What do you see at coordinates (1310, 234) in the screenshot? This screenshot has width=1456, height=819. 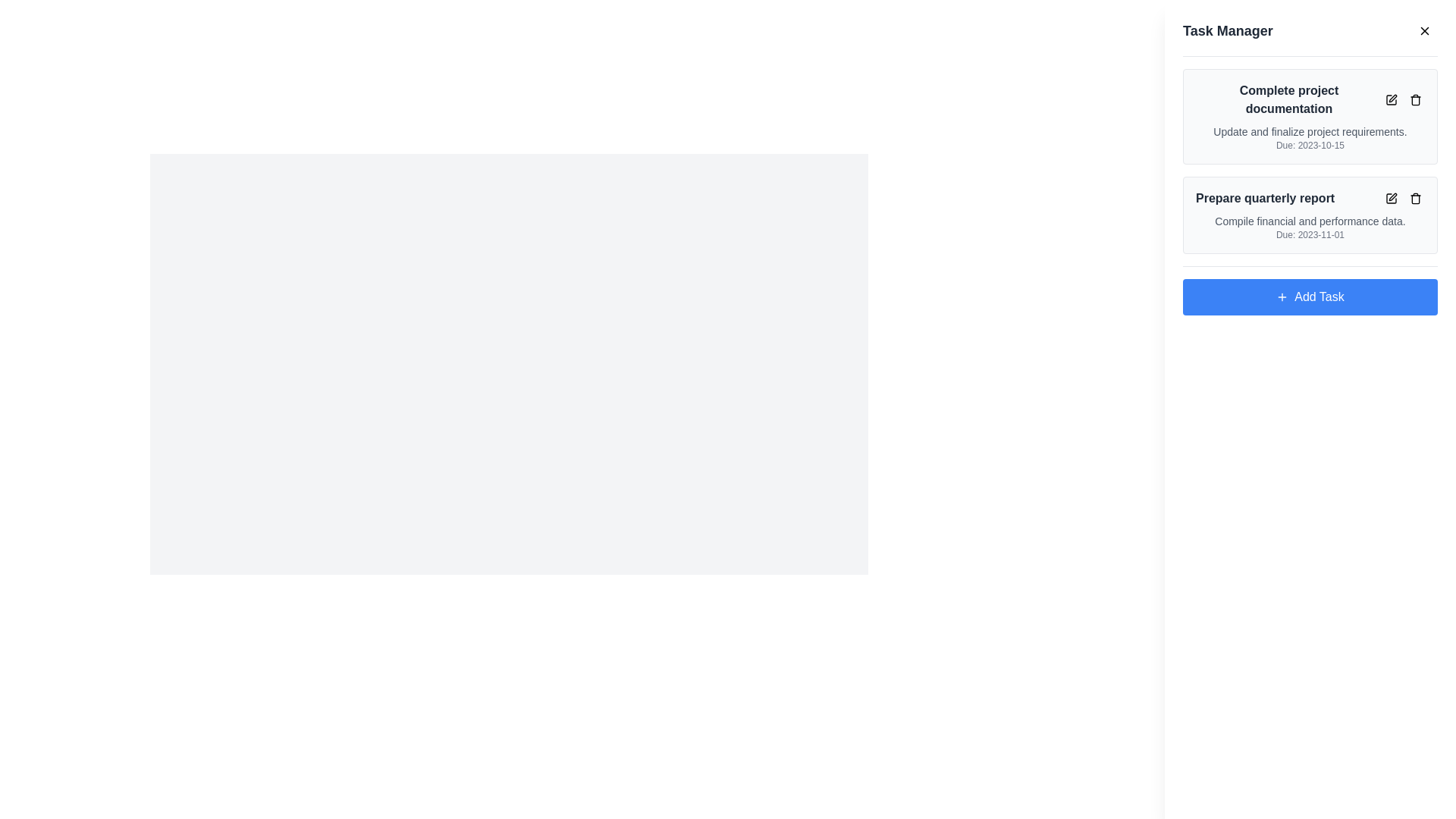 I see `the text label displaying 'Due: 2023-11-01' located at the bottom of the 'Prepare quarterly report' card in the 'Task Manager' section` at bounding box center [1310, 234].